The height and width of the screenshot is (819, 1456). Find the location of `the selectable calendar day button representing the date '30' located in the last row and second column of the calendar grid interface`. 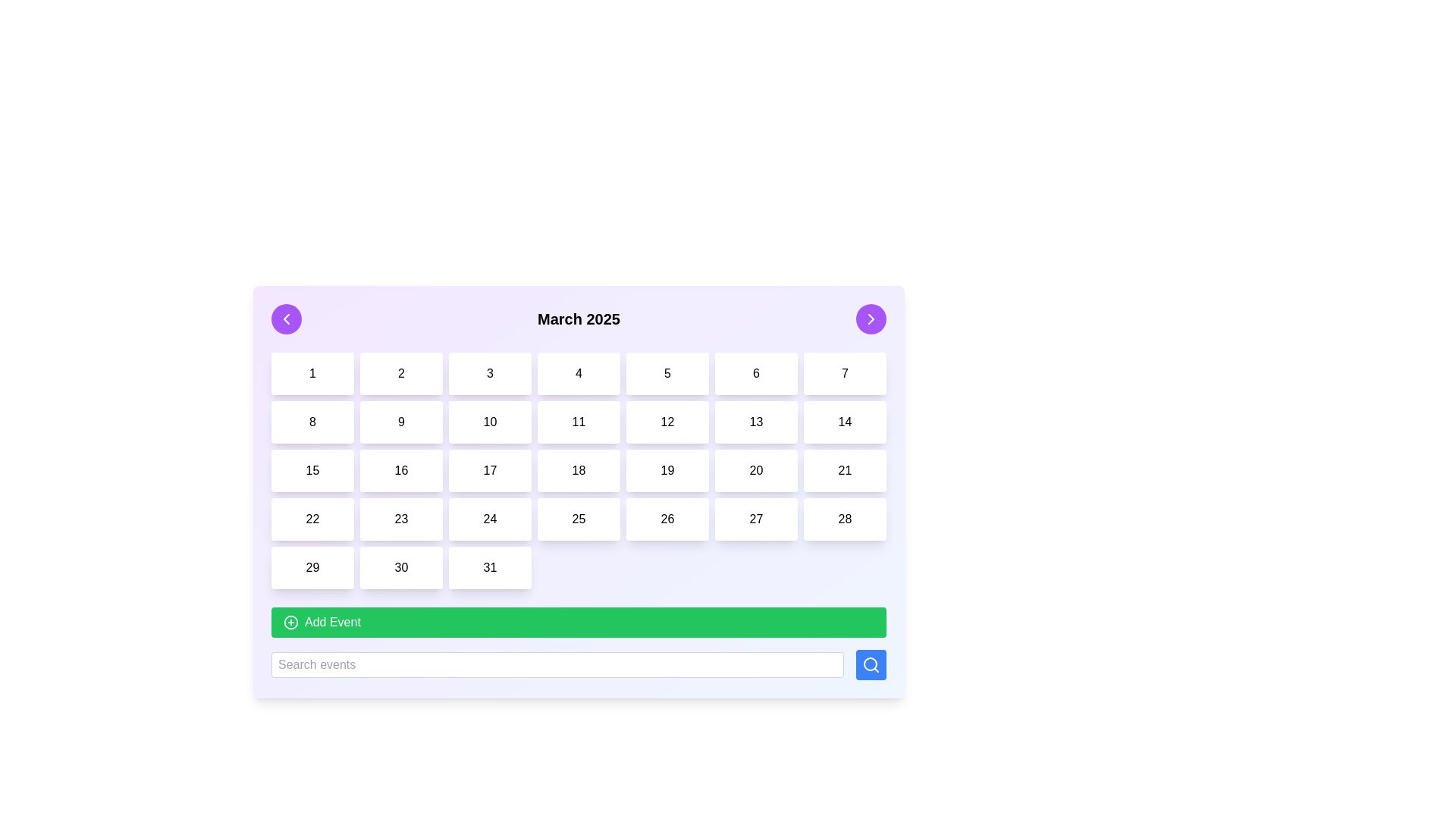

the selectable calendar day button representing the date '30' located in the last row and second column of the calendar grid interface is located at coordinates (401, 567).